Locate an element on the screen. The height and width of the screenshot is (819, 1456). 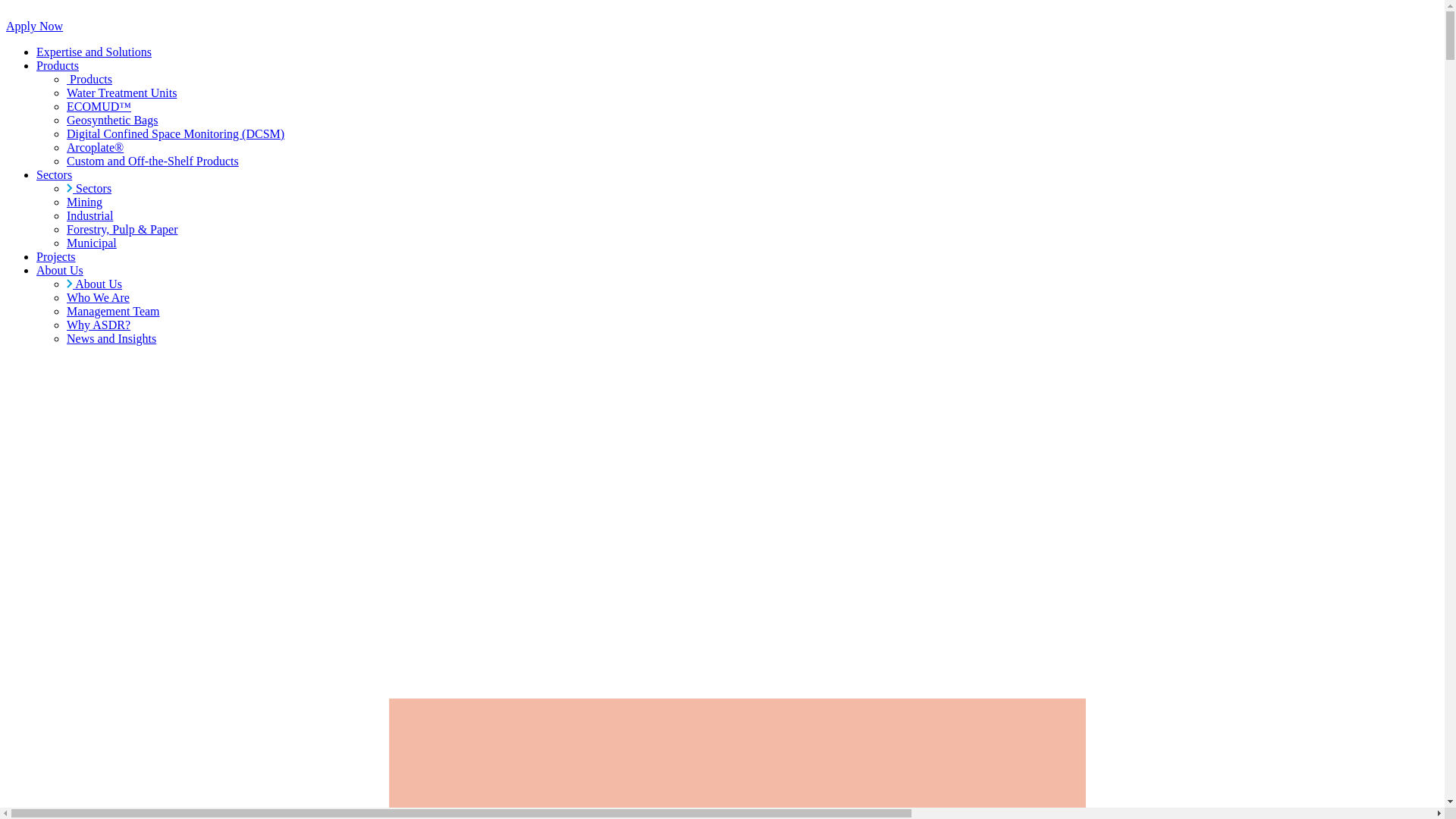
'Mining' is located at coordinates (83, 201).